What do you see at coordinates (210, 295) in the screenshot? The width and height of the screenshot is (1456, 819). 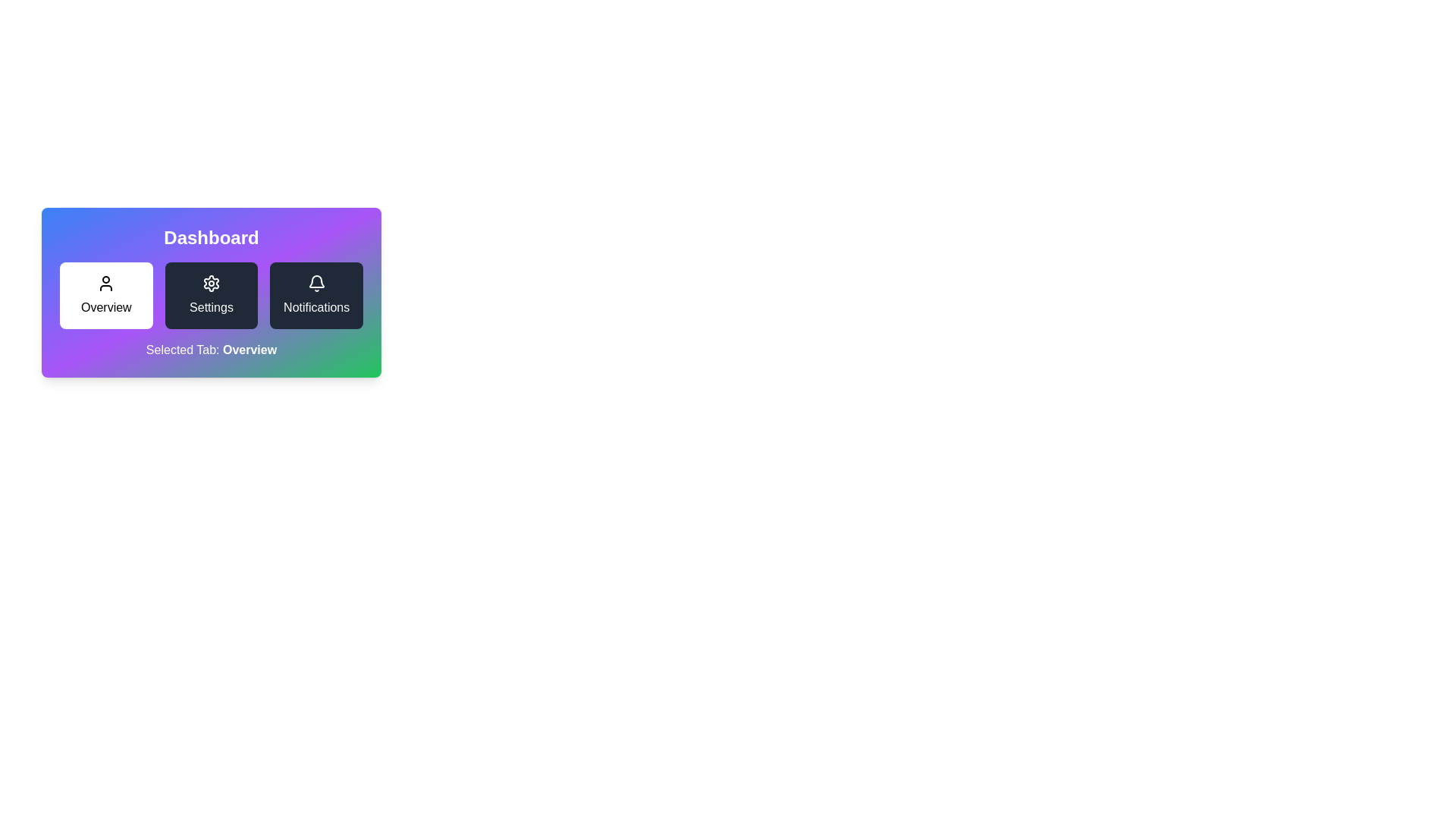 I see `the 'Settings' button, which is a rectangular button with rounded corners, dark gray background, and white text and icon, featuring a cogwheel icon above the text` at bounding box center [210, 295].